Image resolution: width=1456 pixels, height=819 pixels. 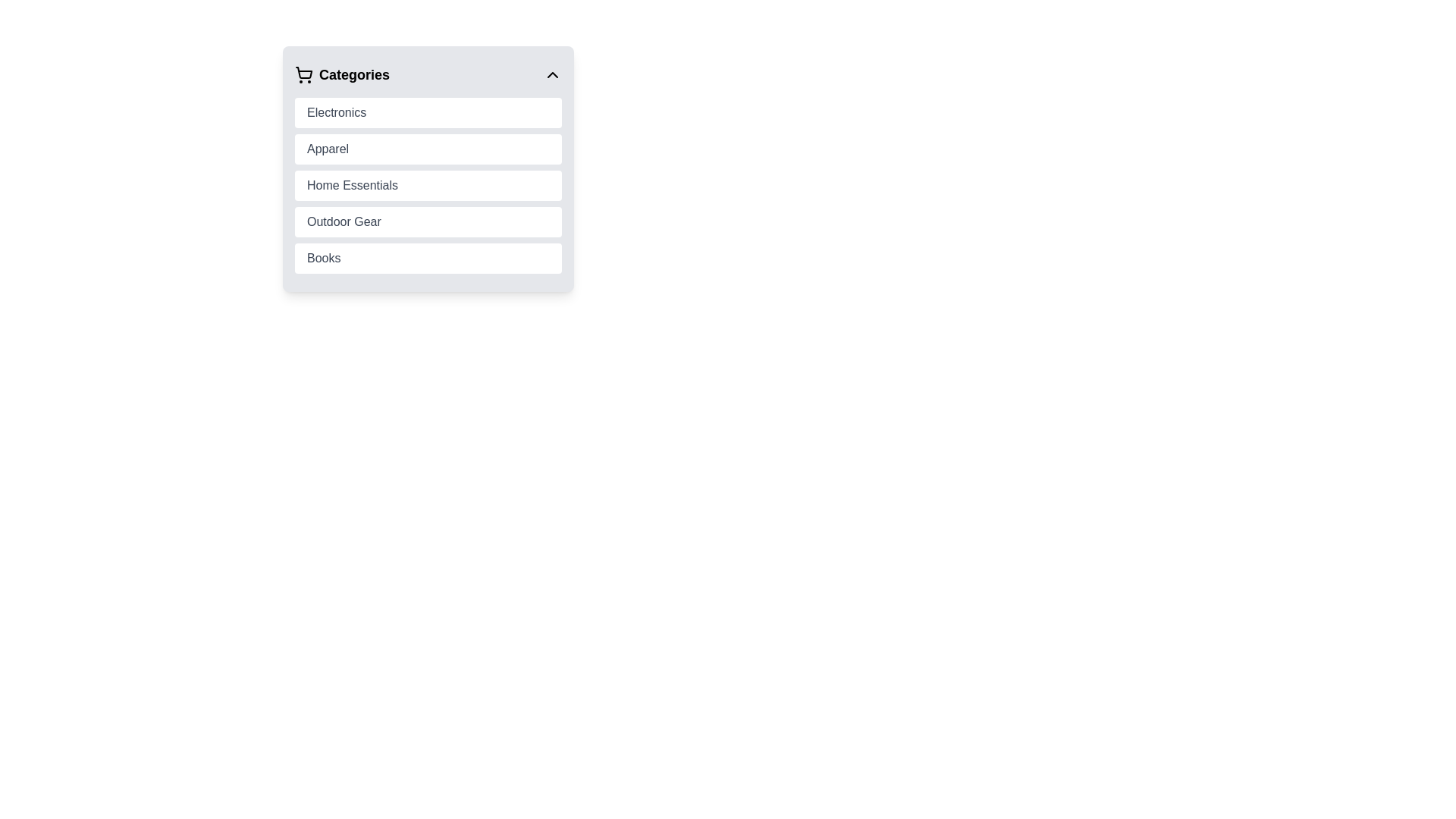 I want to click on the shopping cart icon located to the left of the 'Categories' text in the header of the vertical list, so click(x=303, y=75).